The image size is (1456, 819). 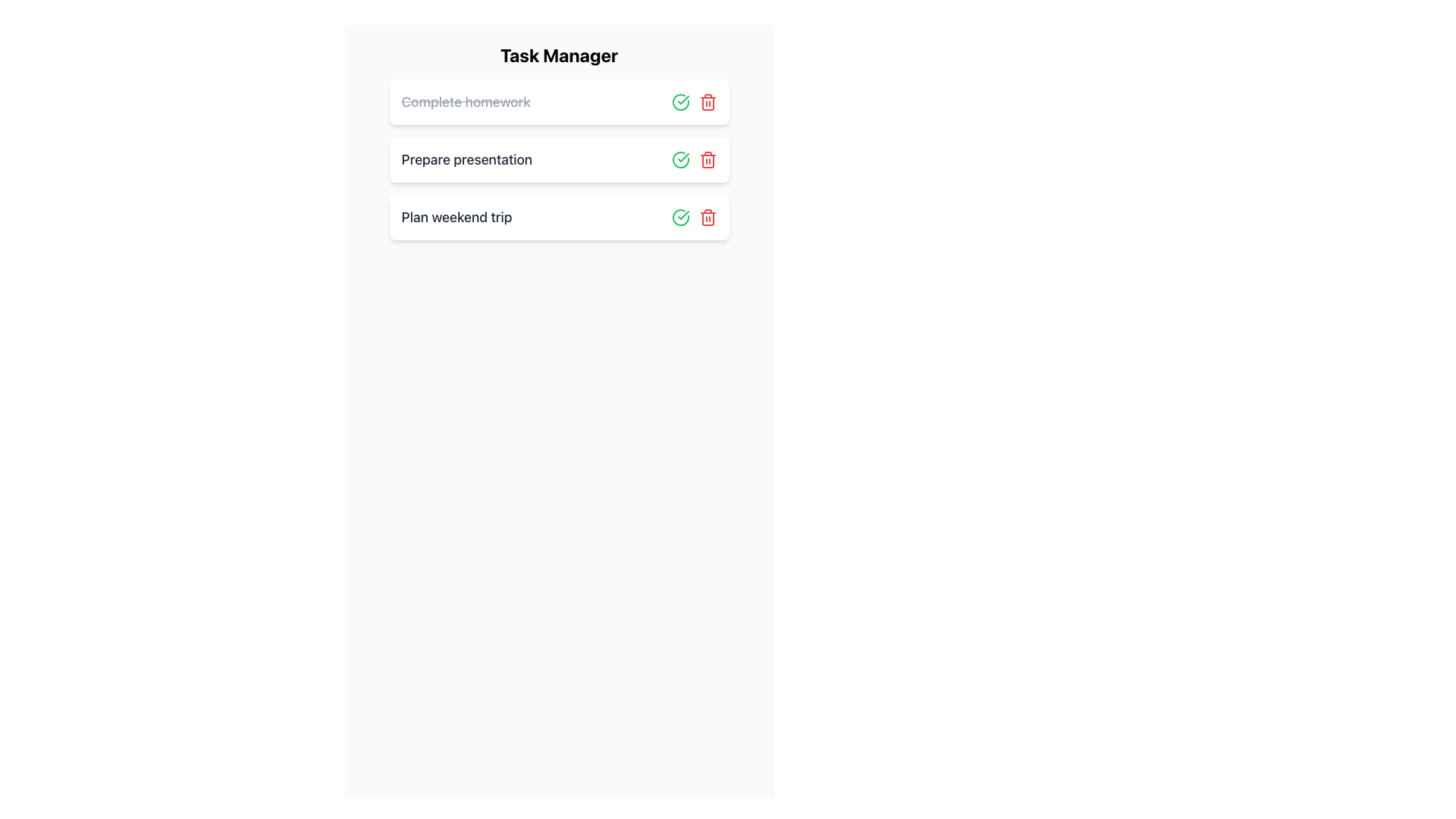 What do you see at coordinates (679, 217) in the screenshot?
I see `the green checkmark icon on the right side of the 'Complete homework' task entry` at bounding box center [679, 217].